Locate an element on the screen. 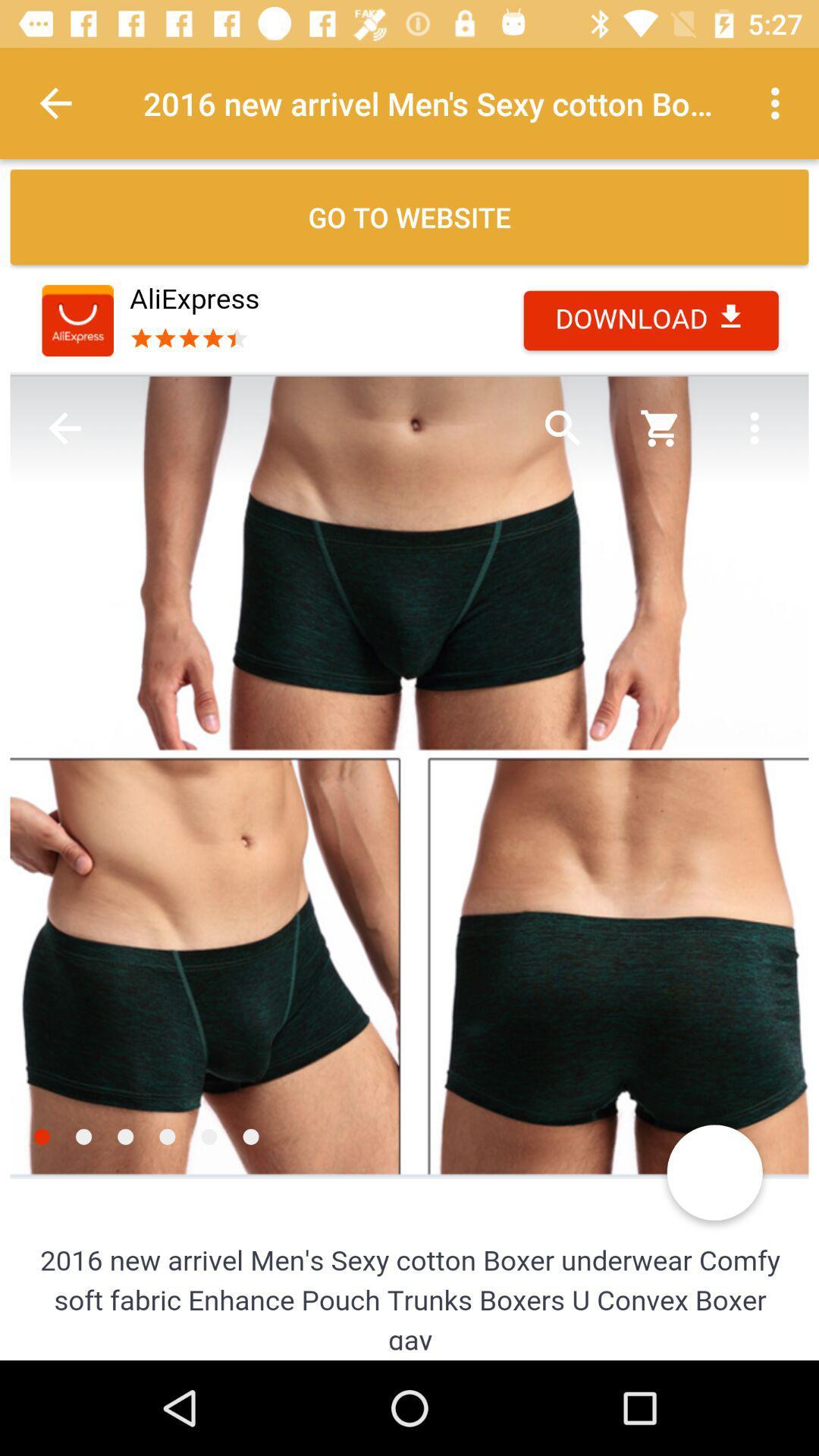  advertisement is located at coordinates (409, 808).